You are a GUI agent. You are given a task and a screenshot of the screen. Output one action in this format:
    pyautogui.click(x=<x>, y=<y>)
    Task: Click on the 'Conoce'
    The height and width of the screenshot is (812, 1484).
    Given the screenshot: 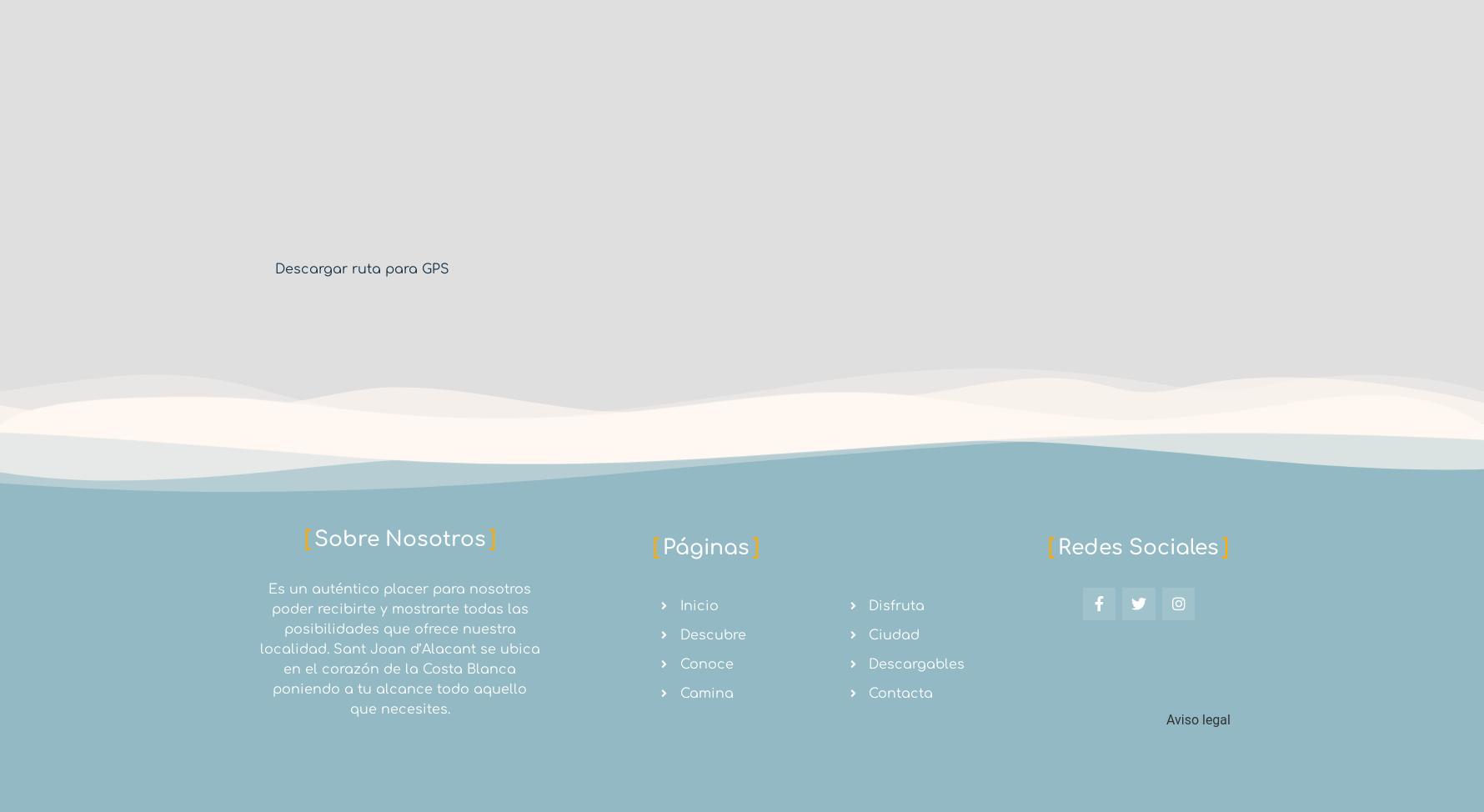 What is the action you would take?
    pyautogui.click(x=704, y=662)
    